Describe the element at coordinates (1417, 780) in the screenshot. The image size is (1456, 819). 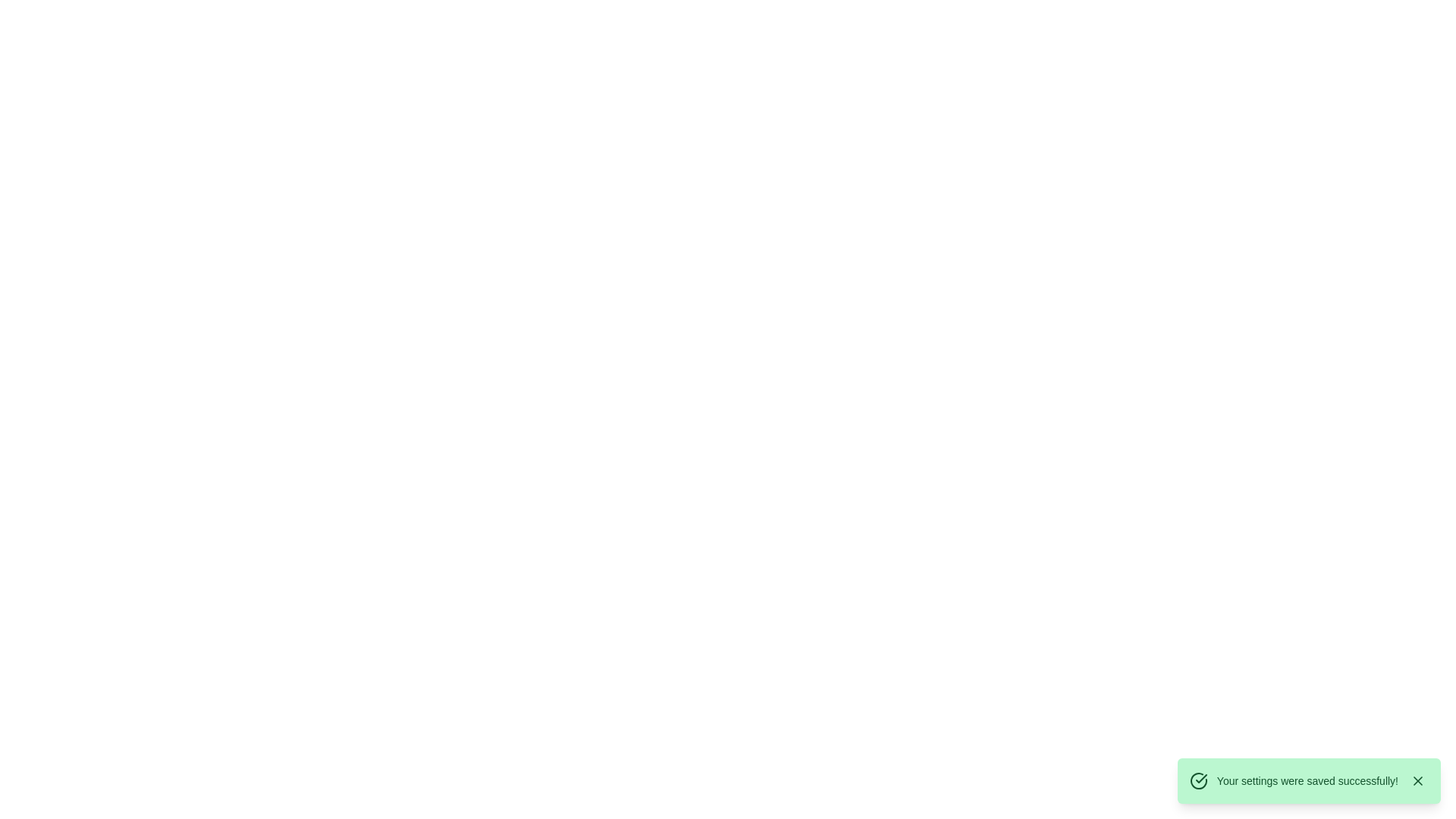
I see `the button icon represented by a diagonal cross mark to change its appearance` at that location.